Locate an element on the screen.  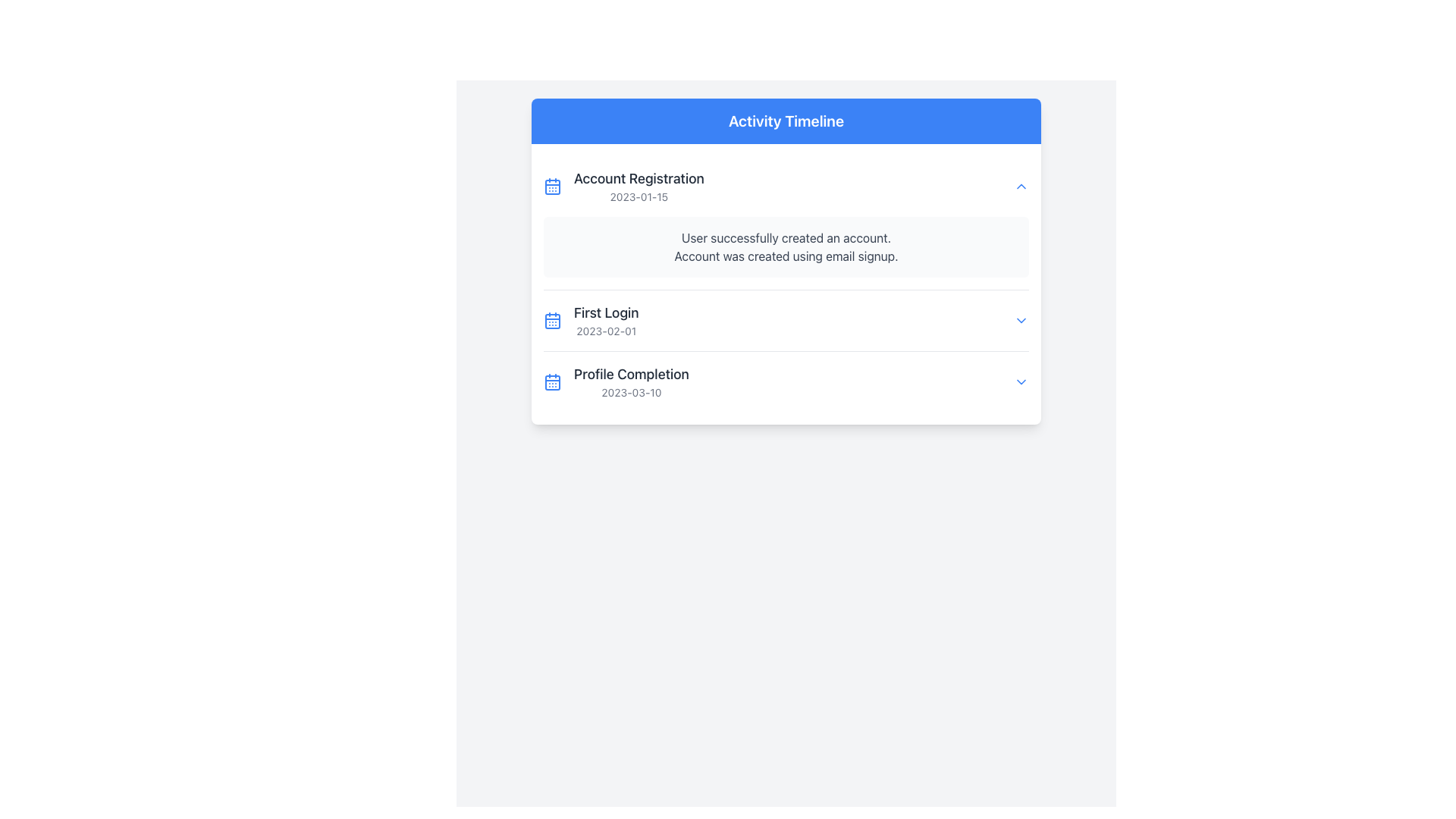
text from the Header or Title Bar of the 'Activity Timeline' section, which serves as the title for this content area is located at coordinates (786, 120).